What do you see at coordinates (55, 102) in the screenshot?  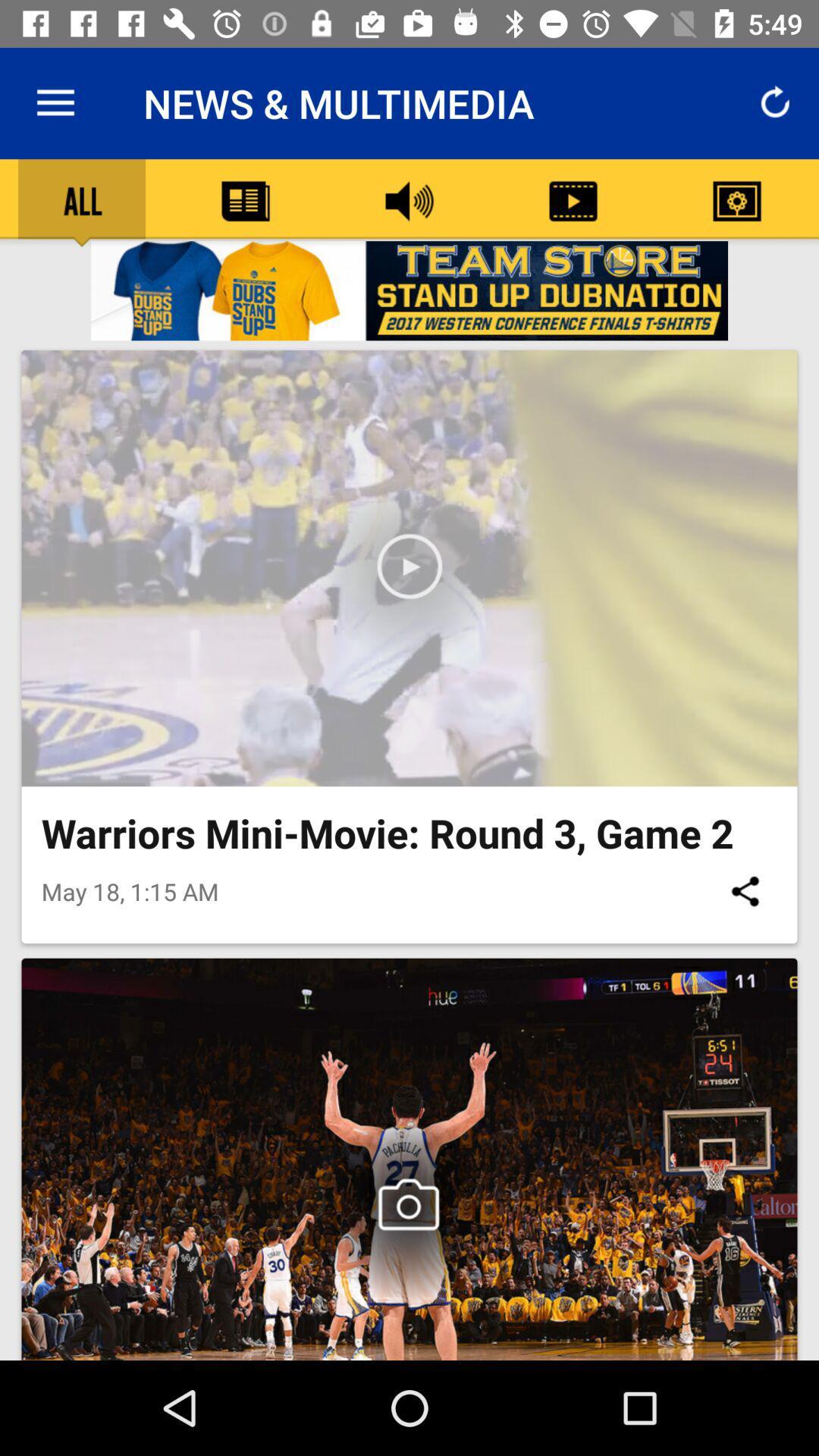 I see `the item to the left of the news & multimedia icon` at bounding box center [55, 102].